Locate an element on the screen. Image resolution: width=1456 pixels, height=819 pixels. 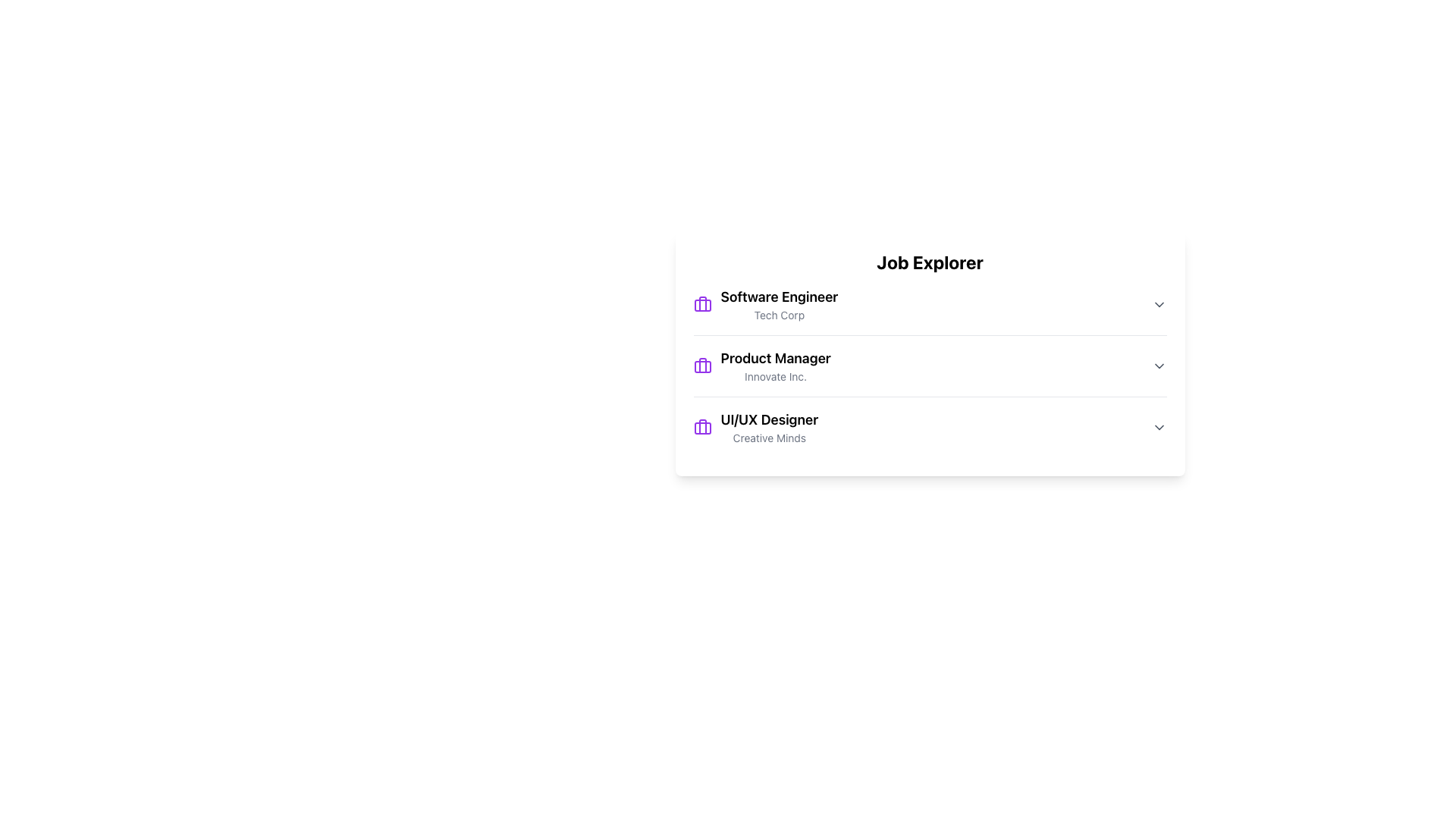
the second item in the Job Explorer list, which displays the job title 'Product Manager' and company name 'Innovate Inc.' is located at coordinates (929, 372).